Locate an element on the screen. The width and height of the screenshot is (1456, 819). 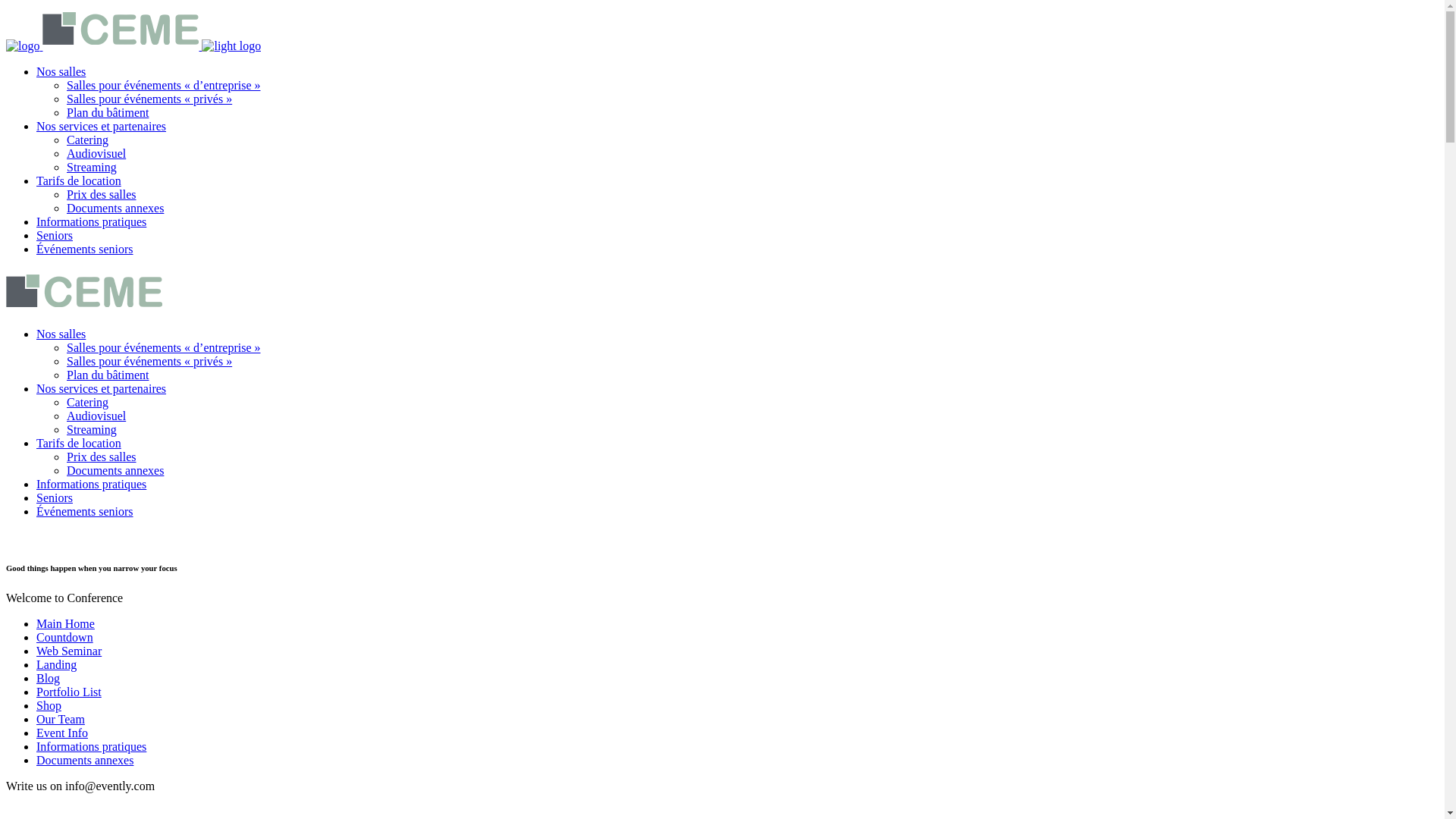
'Shop' is located at coordinates (49, 705).